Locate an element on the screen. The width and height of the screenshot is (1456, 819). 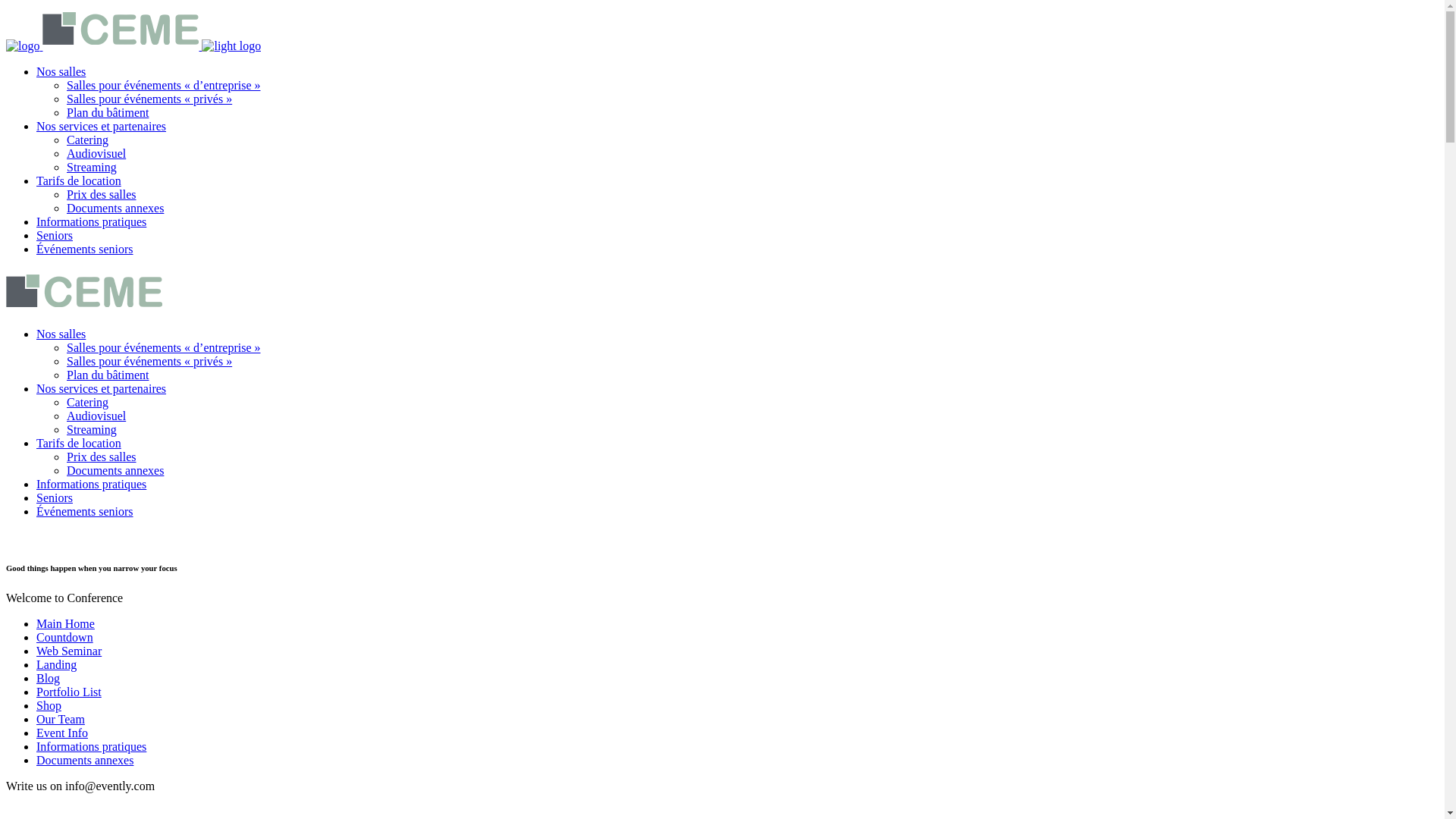
'Shop' is located at coordinates (49, 705).